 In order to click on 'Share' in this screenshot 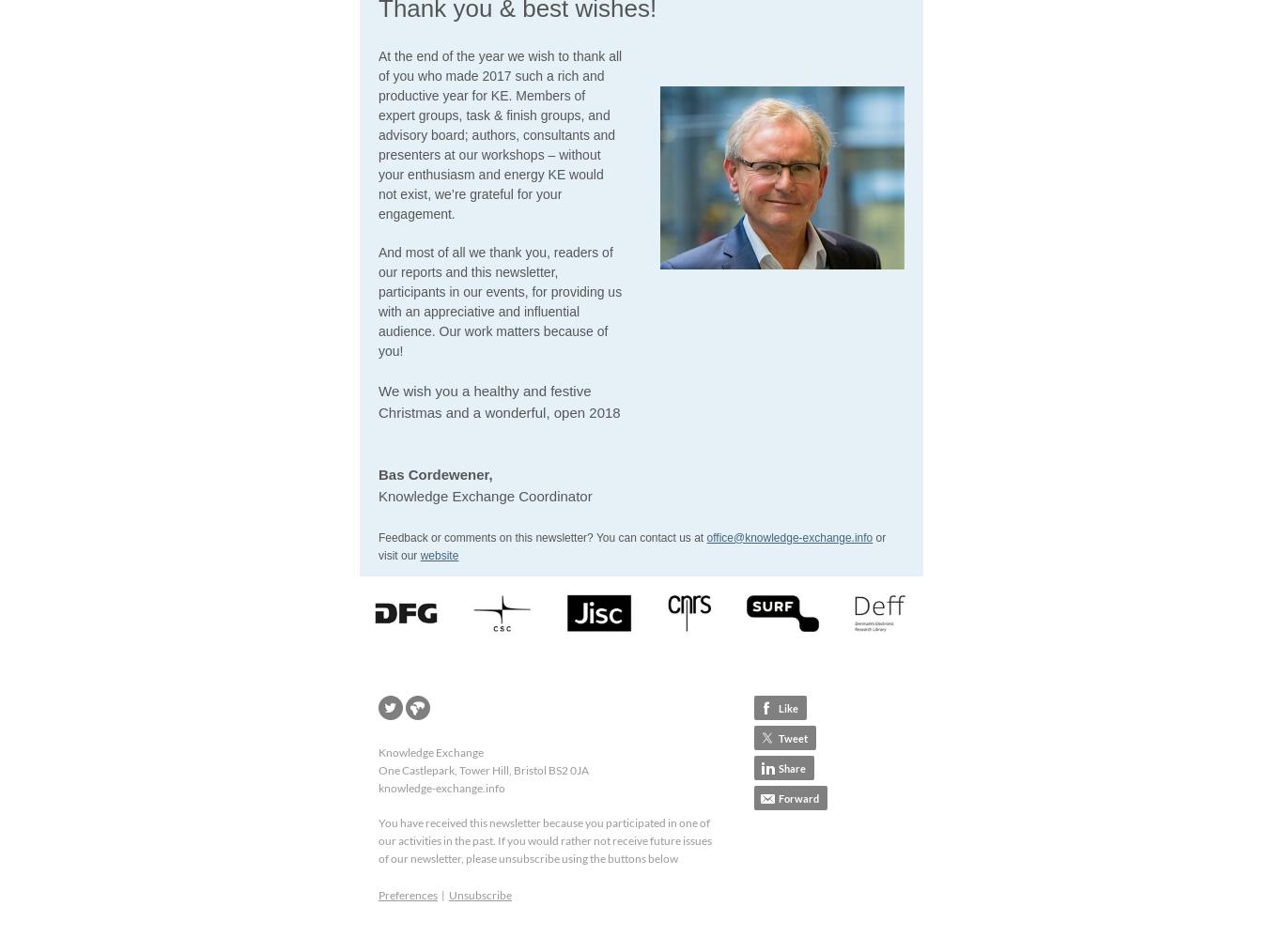, I will do `click(792, 768)`.